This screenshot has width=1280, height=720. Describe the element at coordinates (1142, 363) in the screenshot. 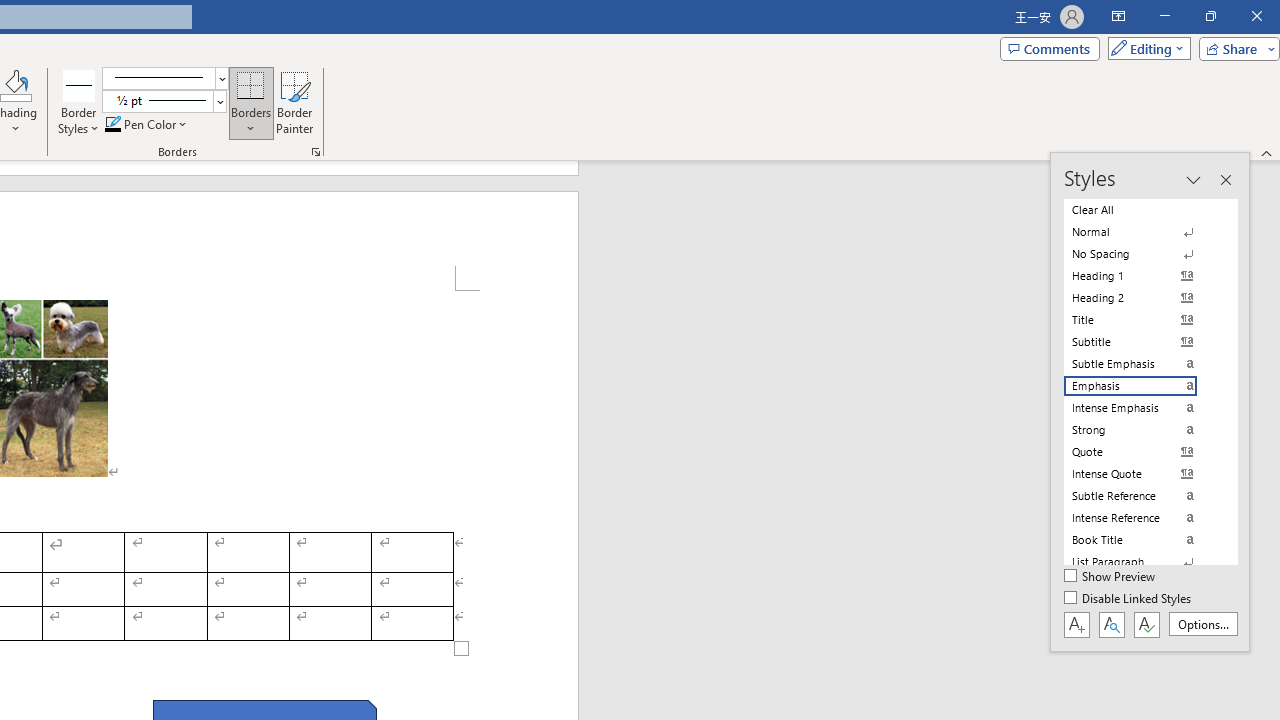

I see `'Subtle Emphasis'` at that location.